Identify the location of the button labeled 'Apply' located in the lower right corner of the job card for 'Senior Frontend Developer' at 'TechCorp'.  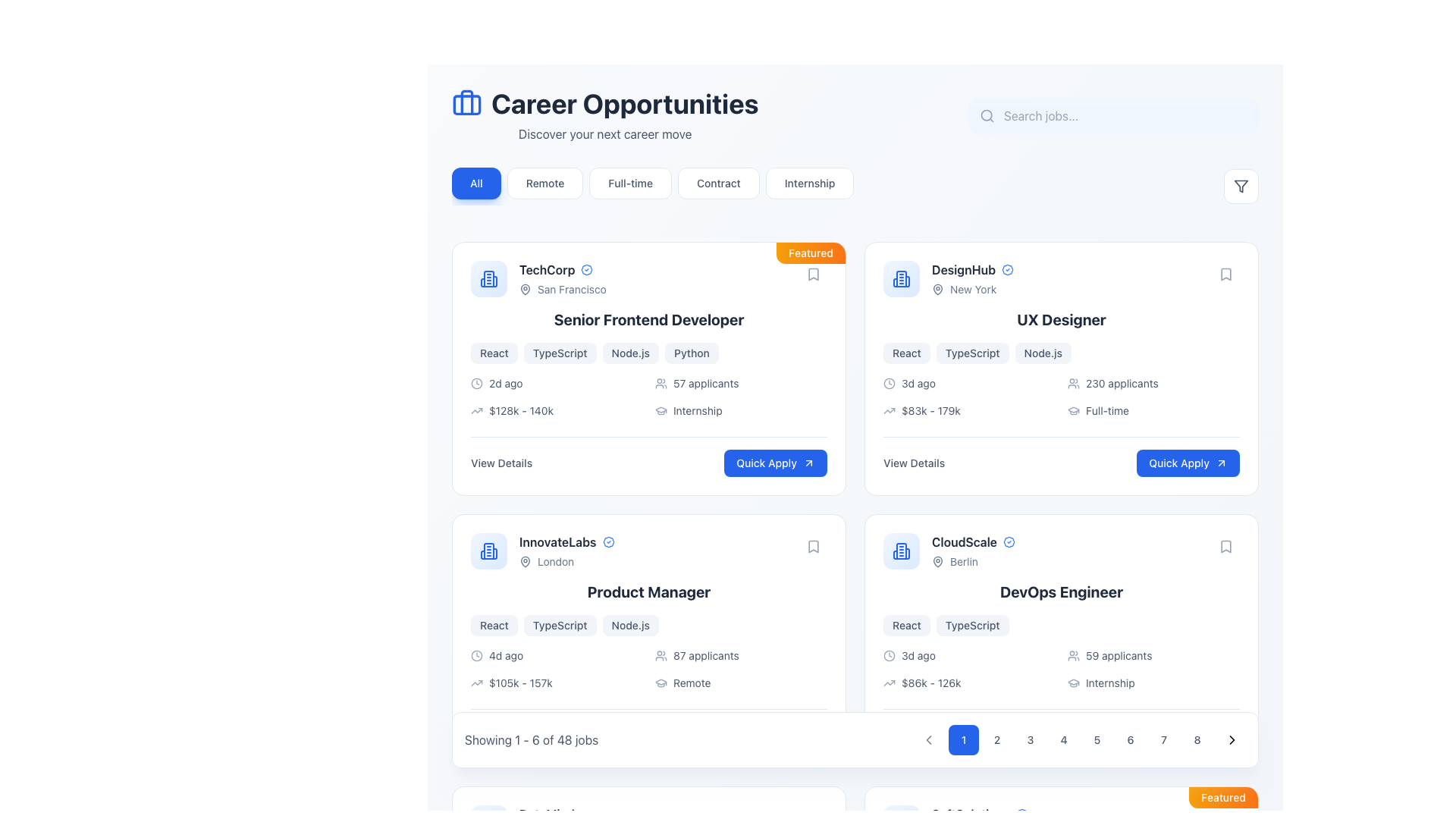
(776, 462).